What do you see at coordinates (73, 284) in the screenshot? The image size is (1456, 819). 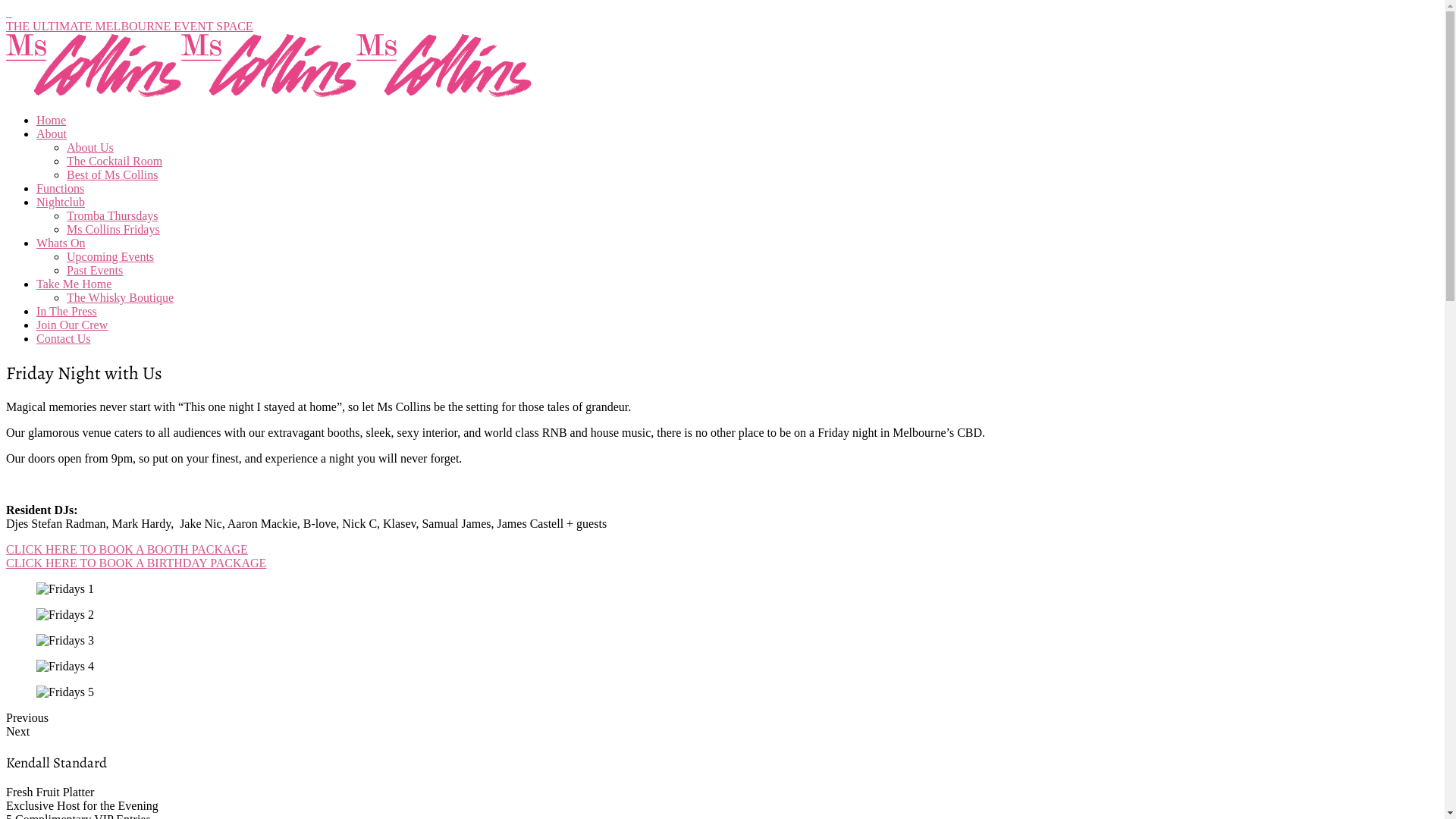 I see `'Take Me Home'` at bounding box center [73, 284].